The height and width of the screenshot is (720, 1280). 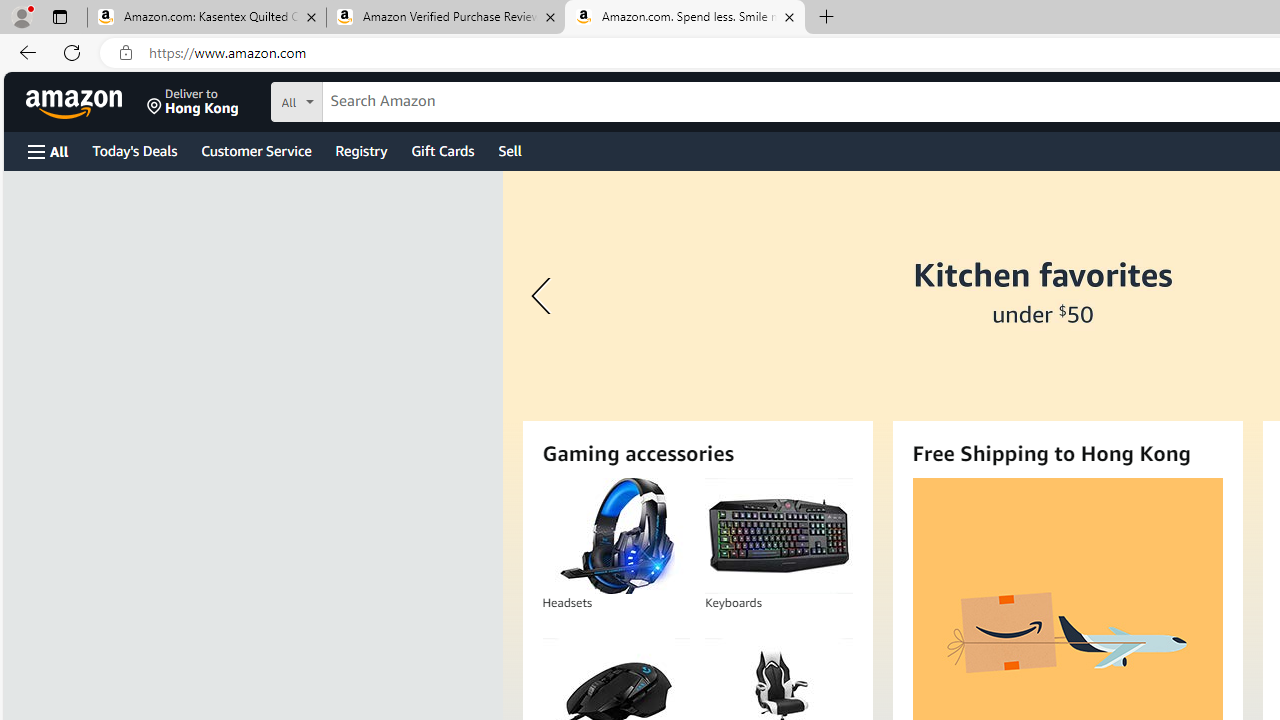 What do you see at coordinates (614, 535) in the screenshot?
I see `'Headsets'` at bounding box center [614, 535].